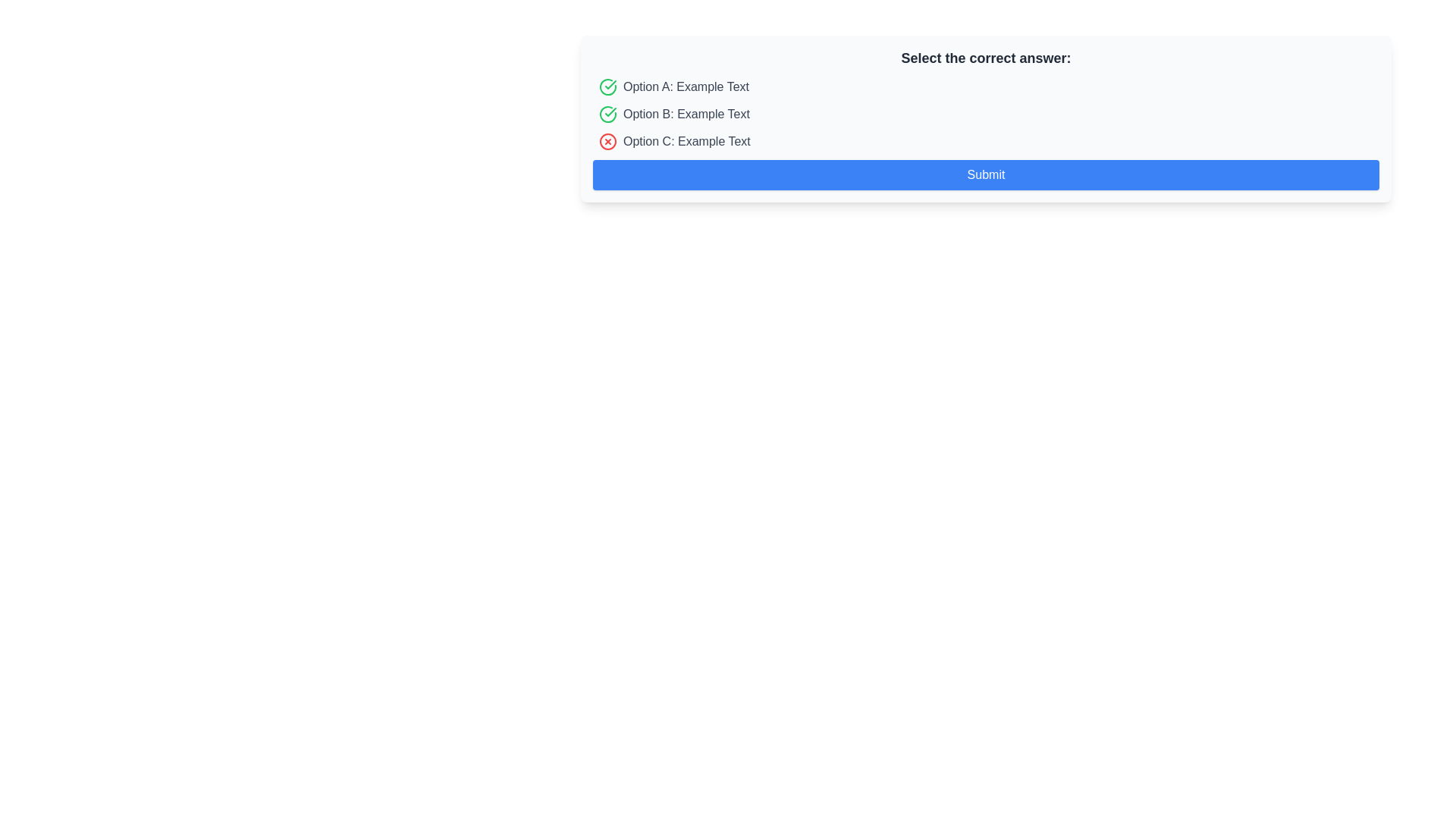 The width and height of the screenshot is (1456, 819). Describe the element at coordinates (686, 113) in the screenshot. I see `the text label that reads 'Option B: Example Text', which is the second option in a vertical list of choices, located to the right of a green check icon` at that location.